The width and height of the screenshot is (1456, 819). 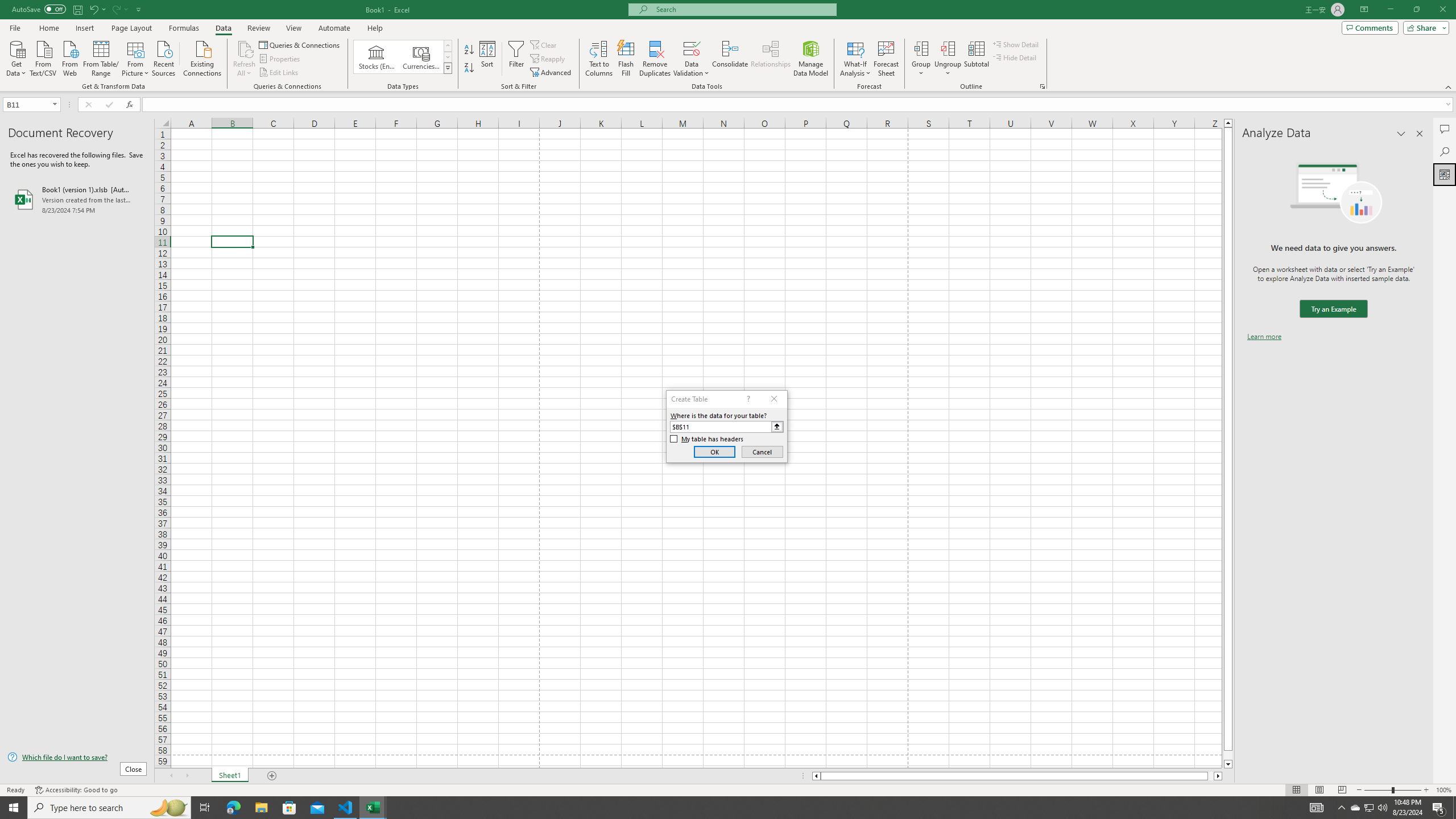 What do you see at coordinates (16, 57) in the screenshot?
I see `'Get Data'` at bounding box center [16, 57].